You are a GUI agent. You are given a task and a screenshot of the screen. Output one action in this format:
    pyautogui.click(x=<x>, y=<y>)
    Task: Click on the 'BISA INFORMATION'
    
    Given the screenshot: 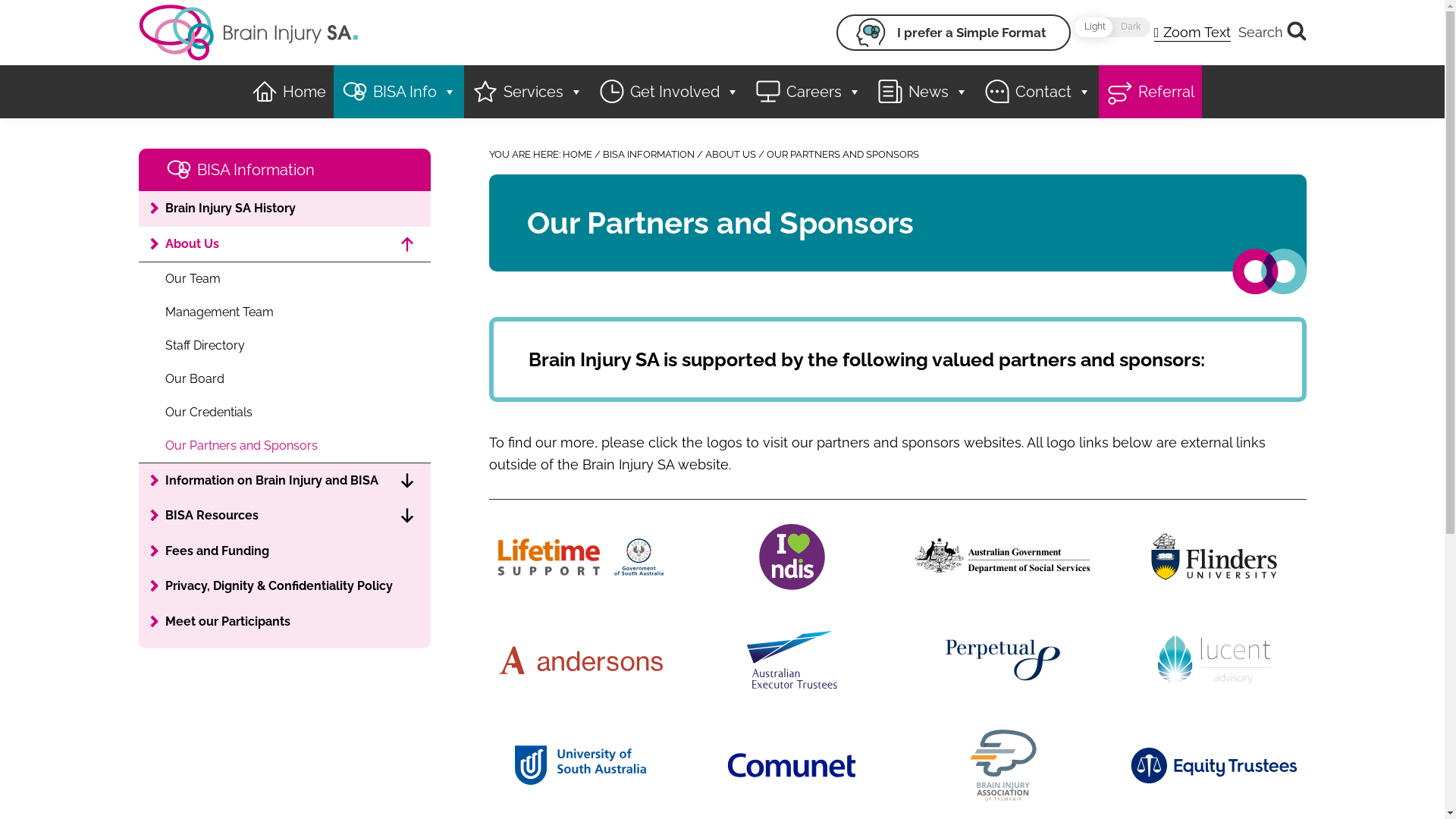 What is the action you would take?
    pyautogui.click(x=601, y=154)
    